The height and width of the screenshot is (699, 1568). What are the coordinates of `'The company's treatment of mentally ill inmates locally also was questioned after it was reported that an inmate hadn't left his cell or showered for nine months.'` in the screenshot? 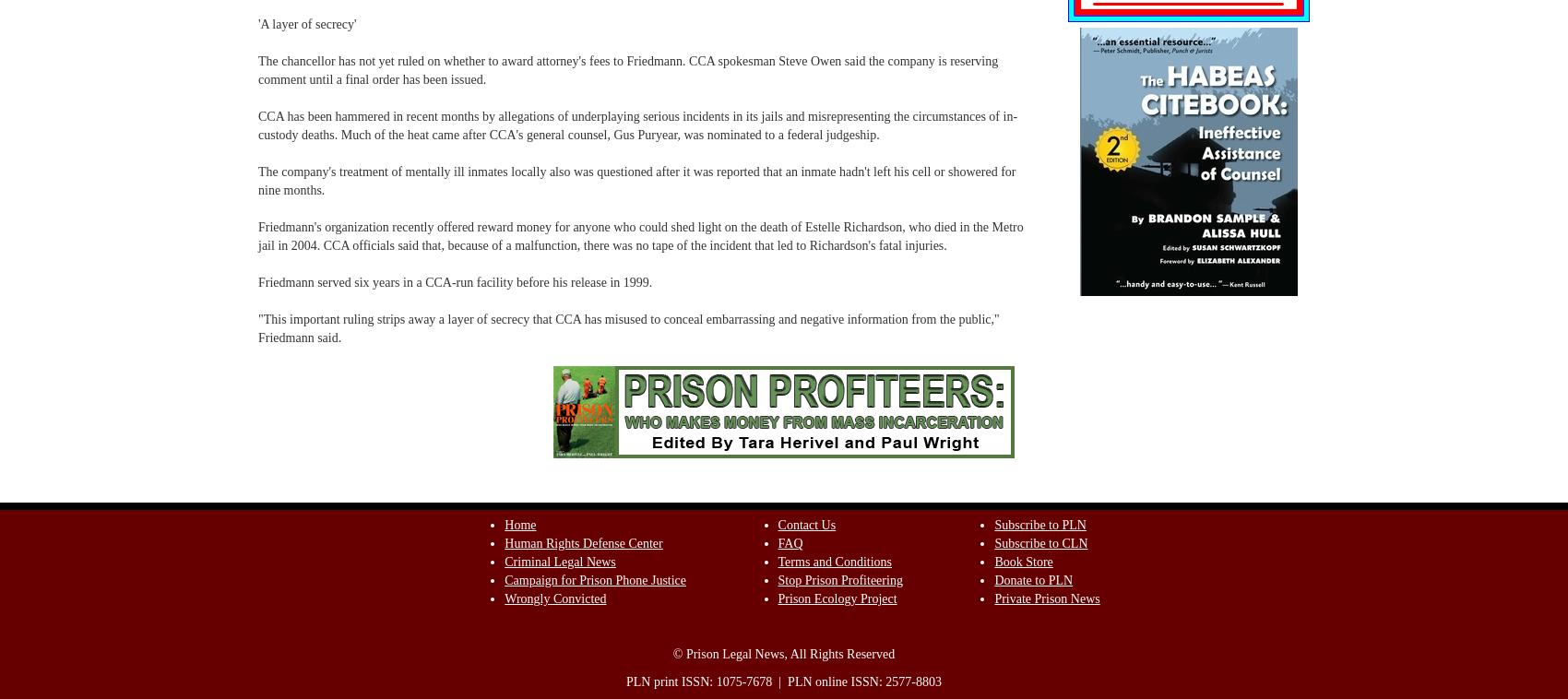 It's located at (636, 181).